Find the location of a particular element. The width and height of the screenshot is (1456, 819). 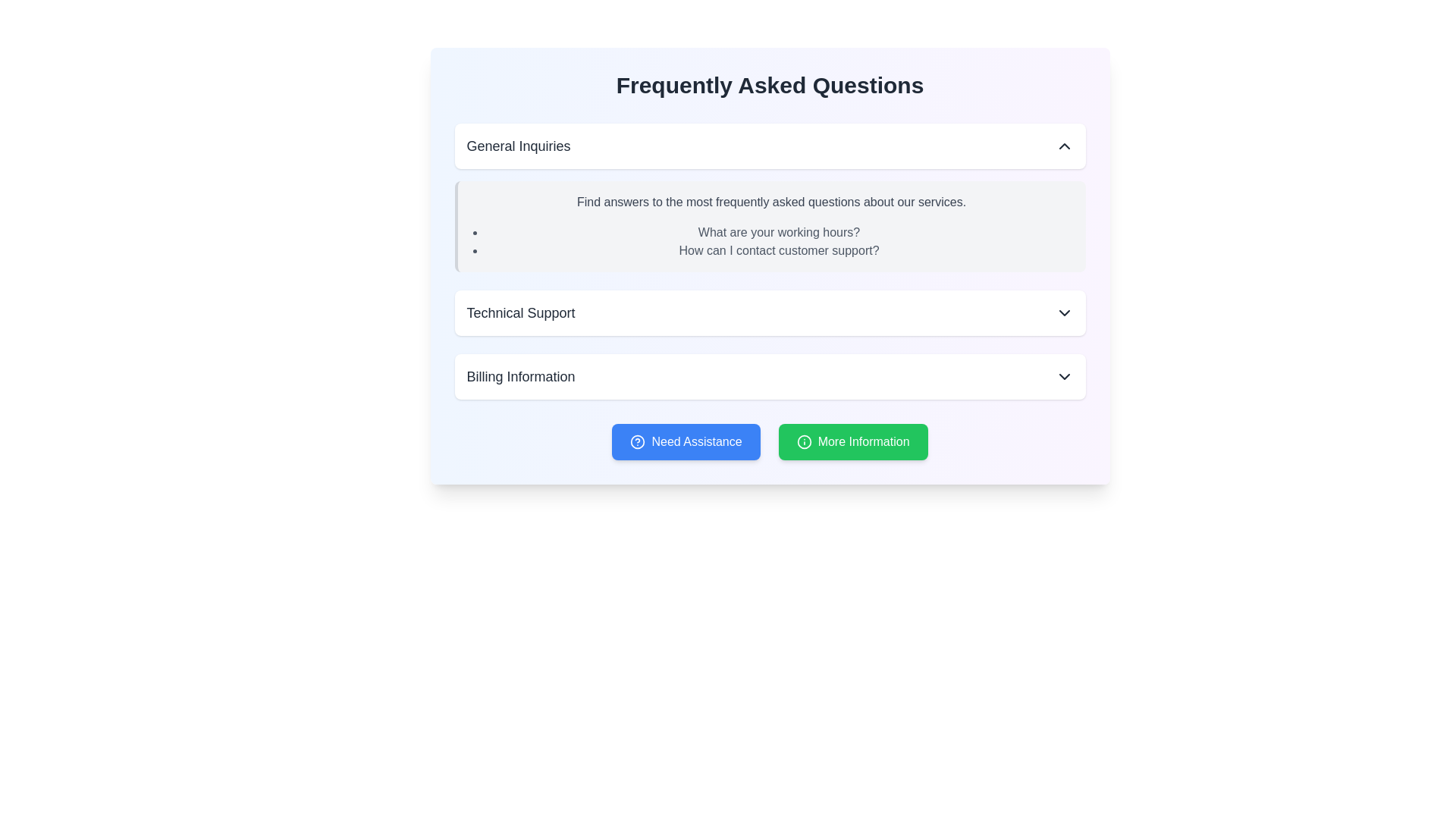

the expandable toggle button for the 'General Inquiries' section is located at coordinates (770, 146).